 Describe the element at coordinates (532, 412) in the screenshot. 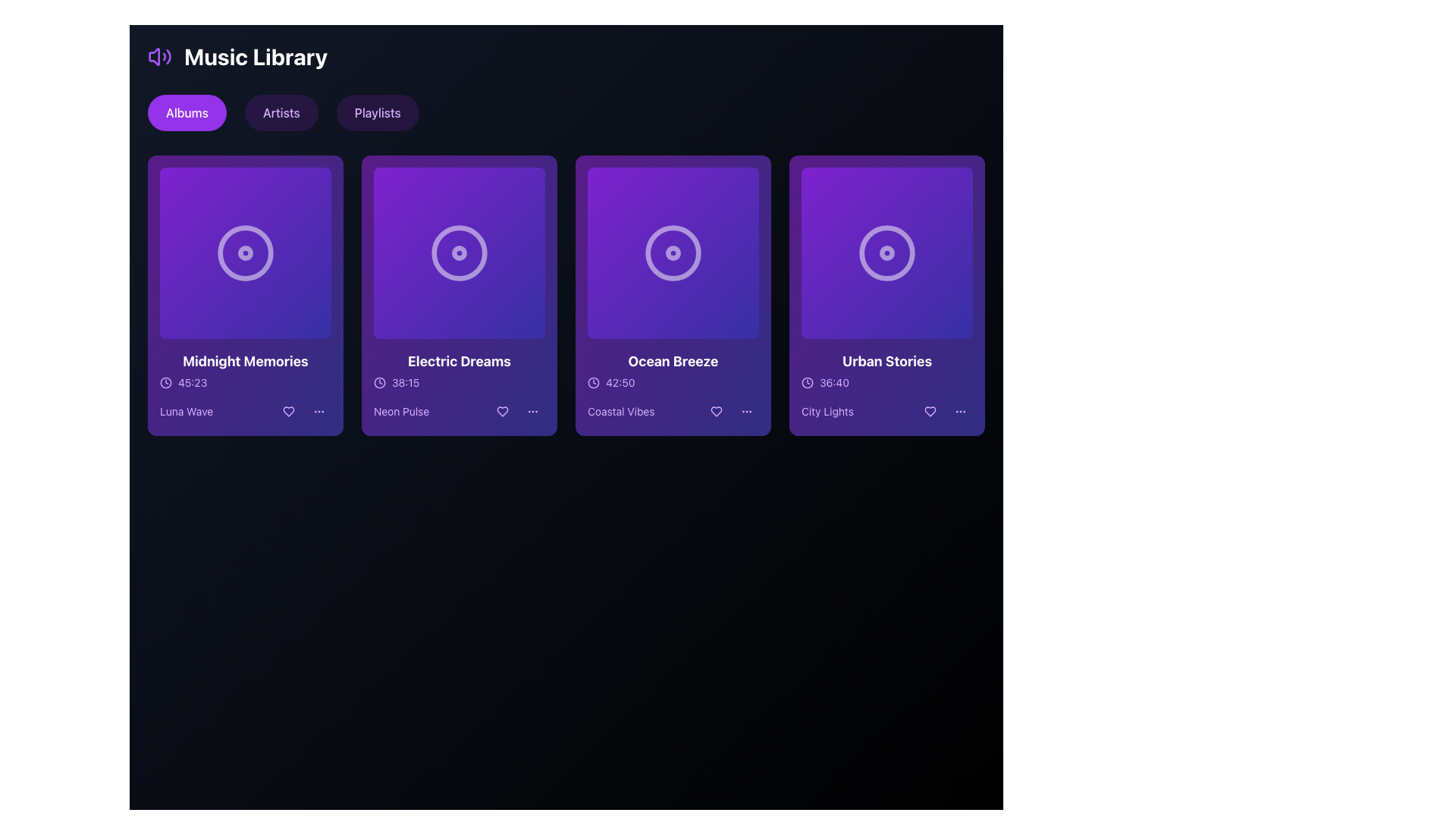

I see `the Ellipsis icon located at the bottom-right corner of the 'Electric Dreams' card` at that location.